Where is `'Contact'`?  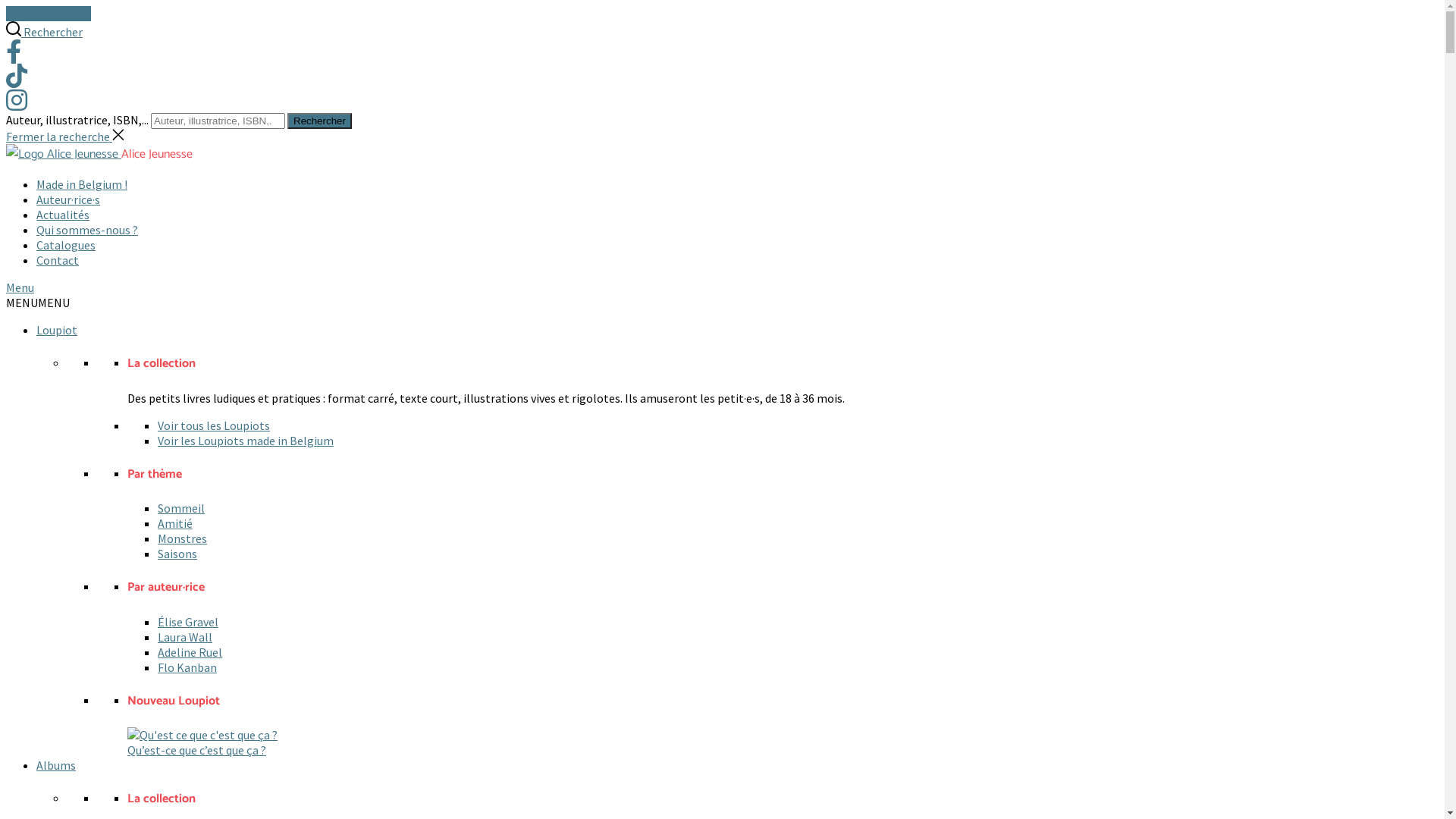
'Contact' is located at coordinates (58, 259).